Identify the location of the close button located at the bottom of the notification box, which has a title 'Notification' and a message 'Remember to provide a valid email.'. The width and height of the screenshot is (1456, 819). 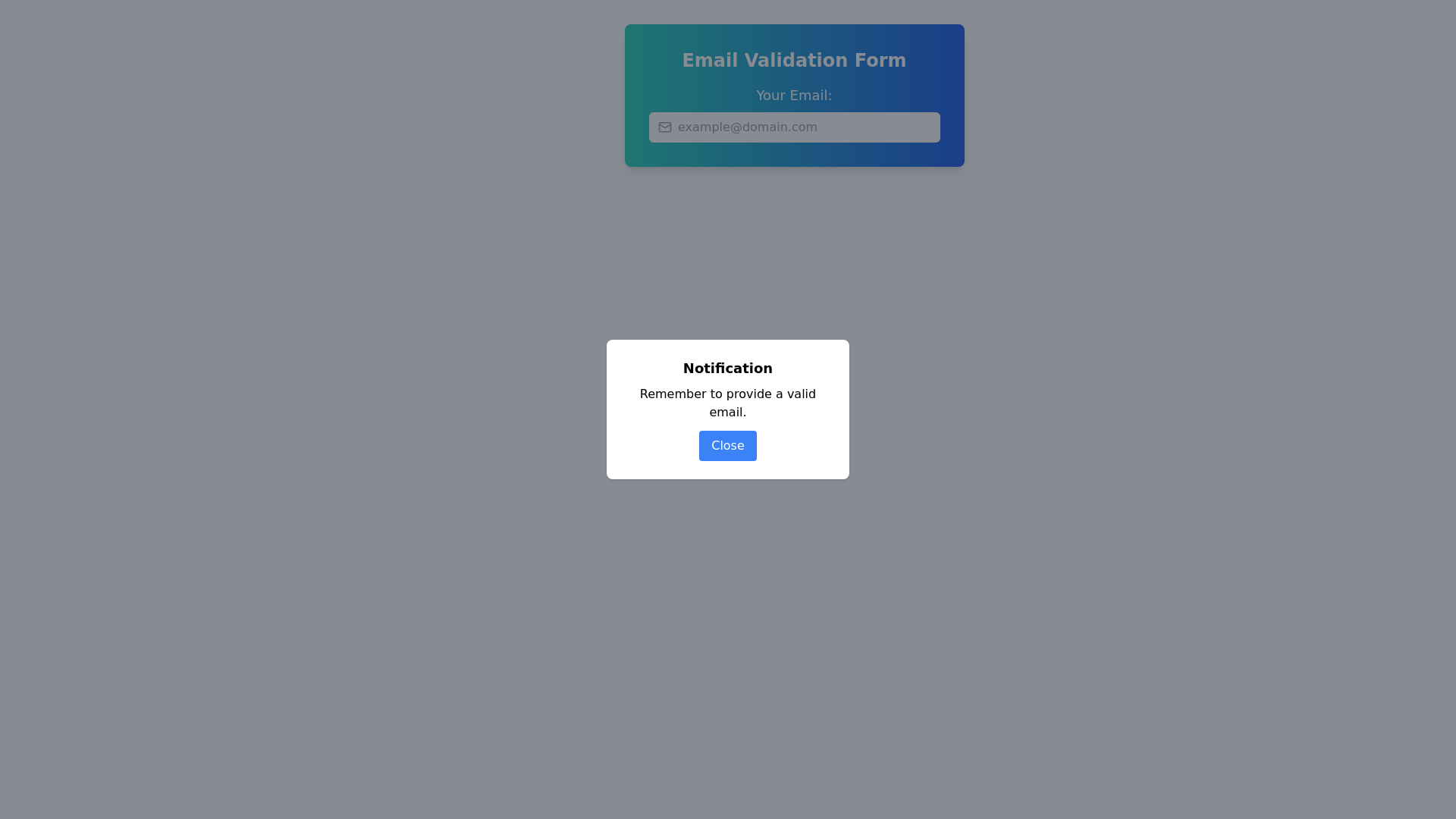
(728, 444).